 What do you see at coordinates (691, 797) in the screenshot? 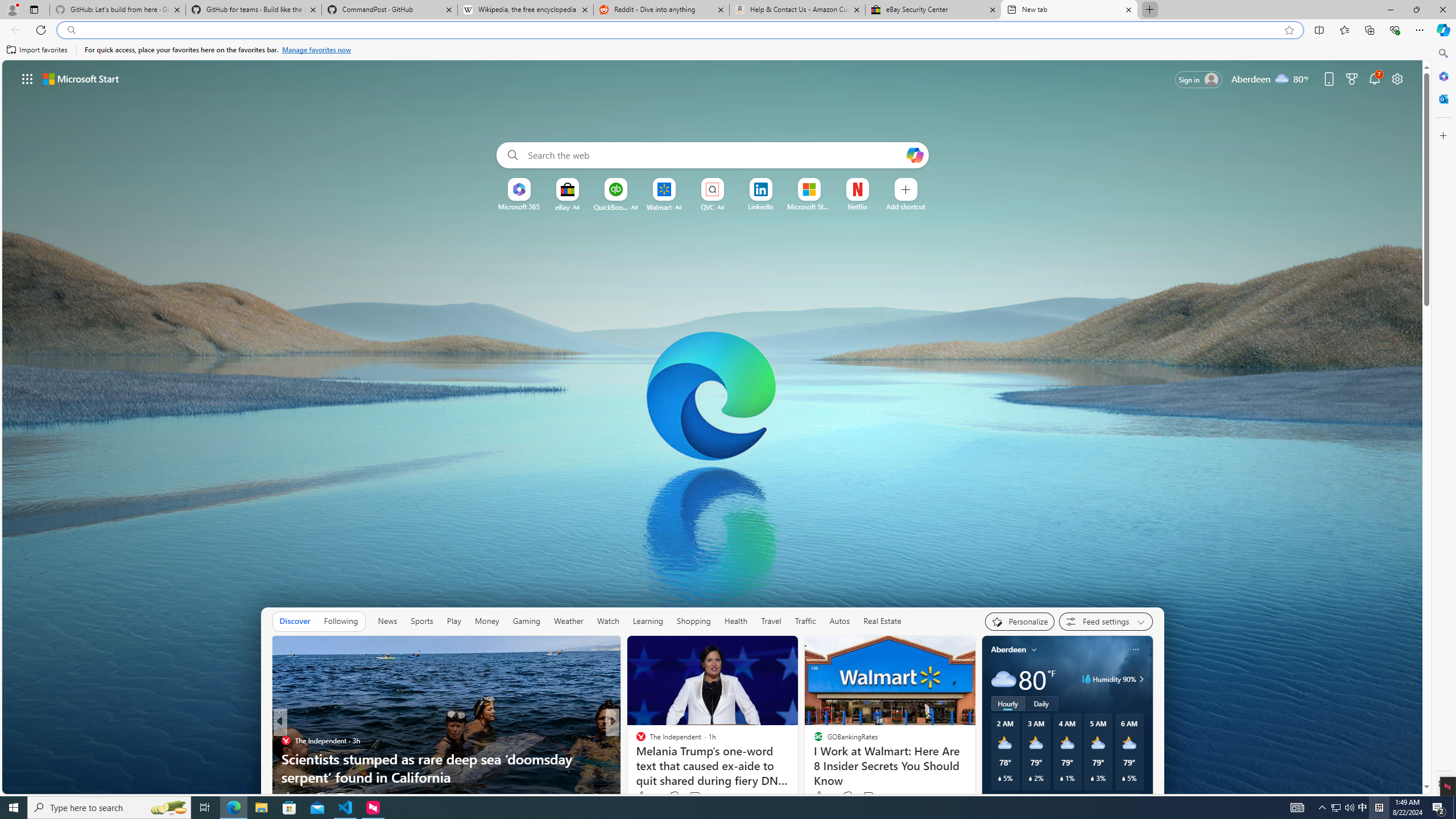
I see `'View comments 31 Comment'` at bounding box center [691, 797].